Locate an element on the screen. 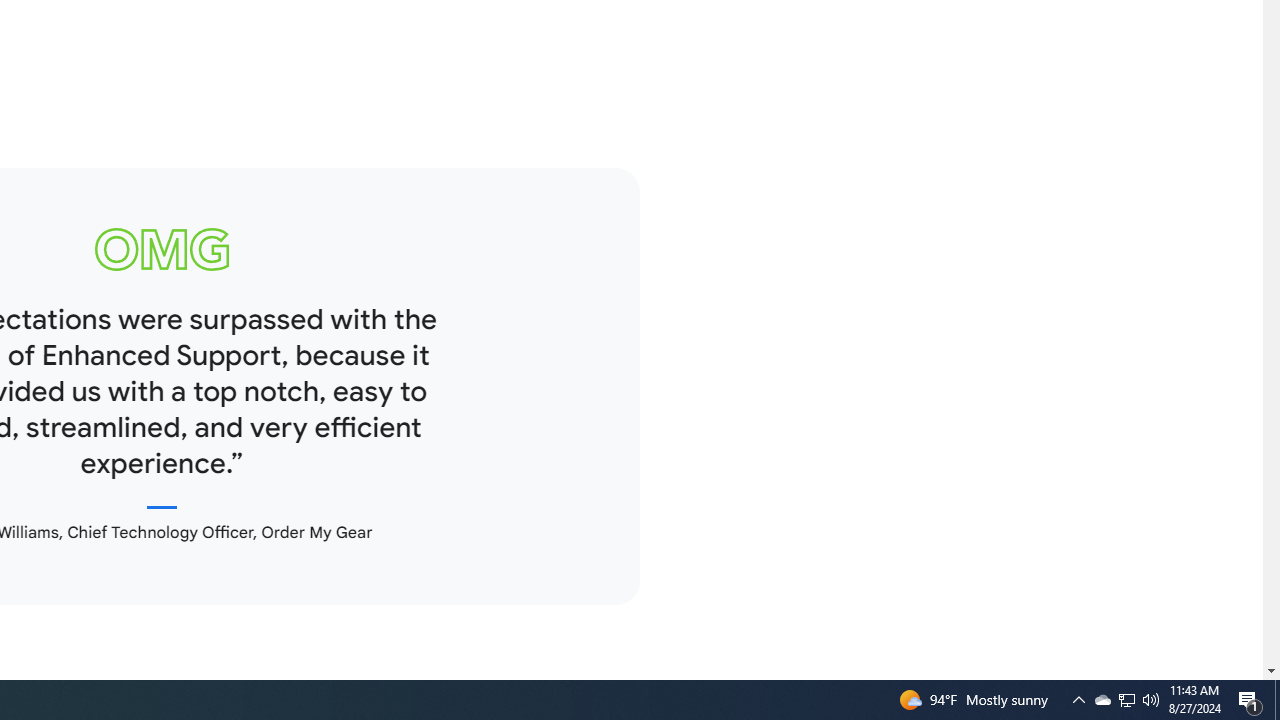  'omg logo' is located at coordinates (161, 248).